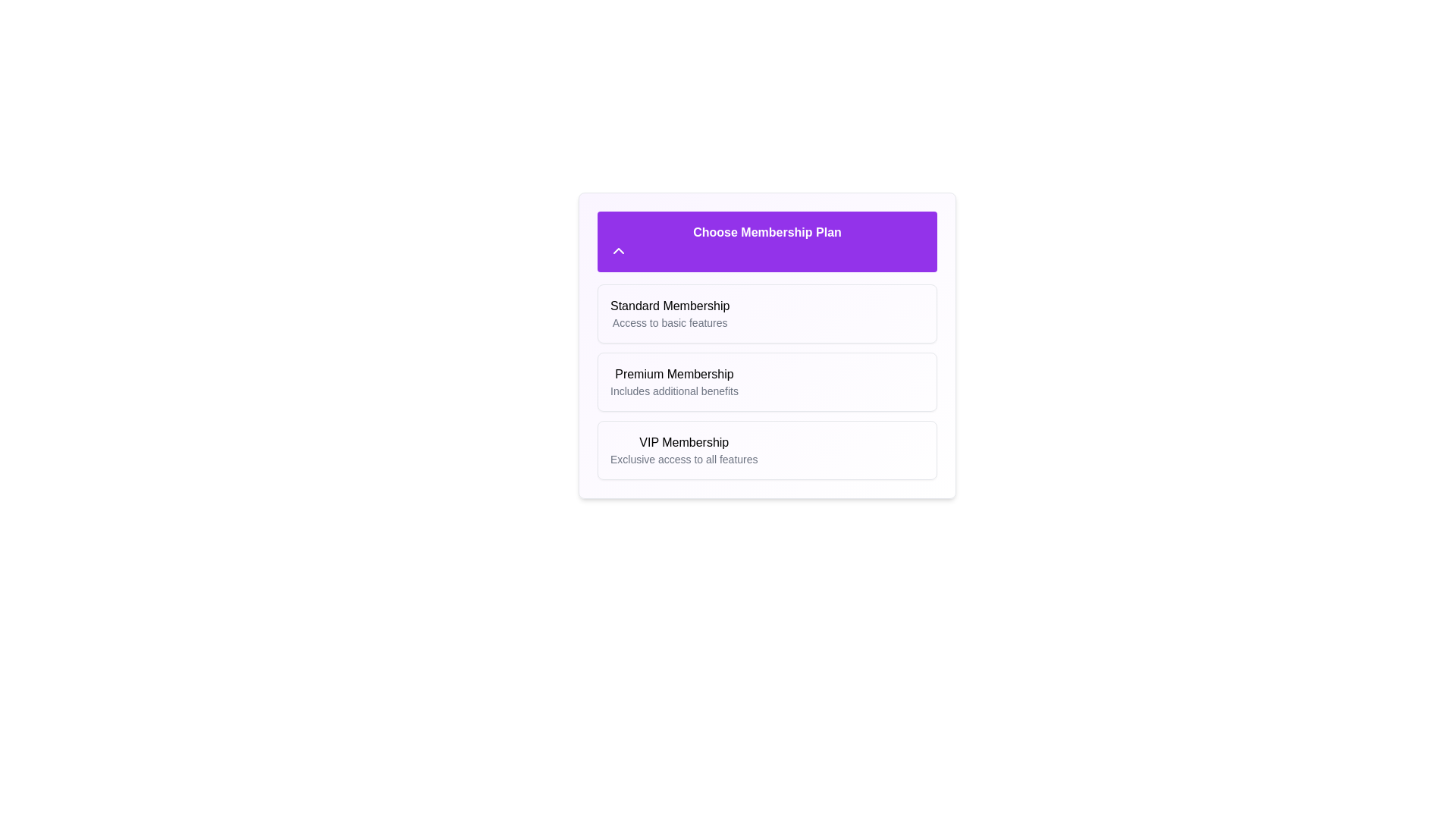  What do you see at coordinates (619, 250) in the screenshot?
I see `the chevron icon on the left side of the 'Choose Membership Plan' section` at bounding box center [619, 250].